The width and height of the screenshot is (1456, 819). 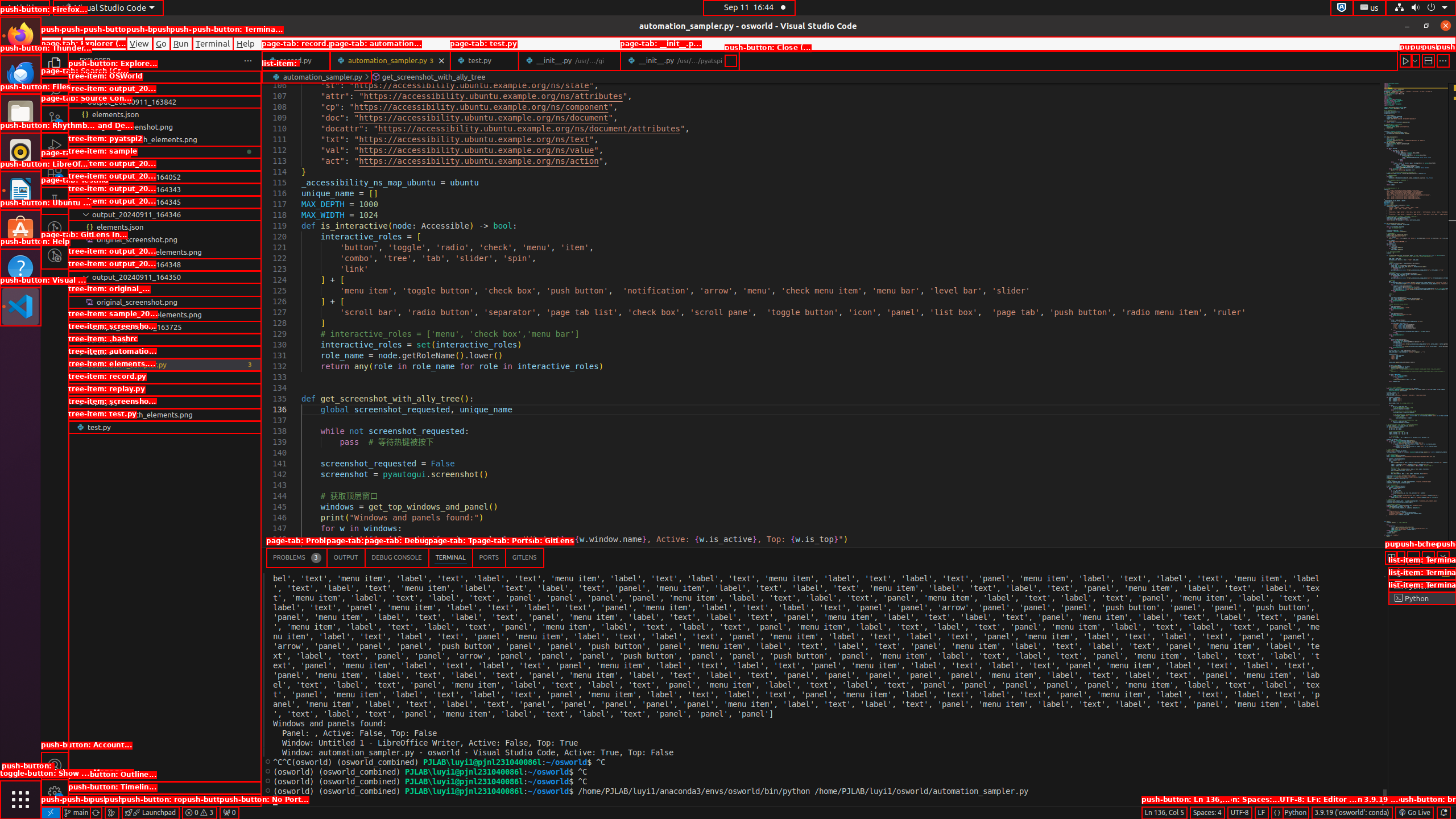 I want to click on 'Output (Ctrl+K Ctrl+H)', so click(x=345, y=557).